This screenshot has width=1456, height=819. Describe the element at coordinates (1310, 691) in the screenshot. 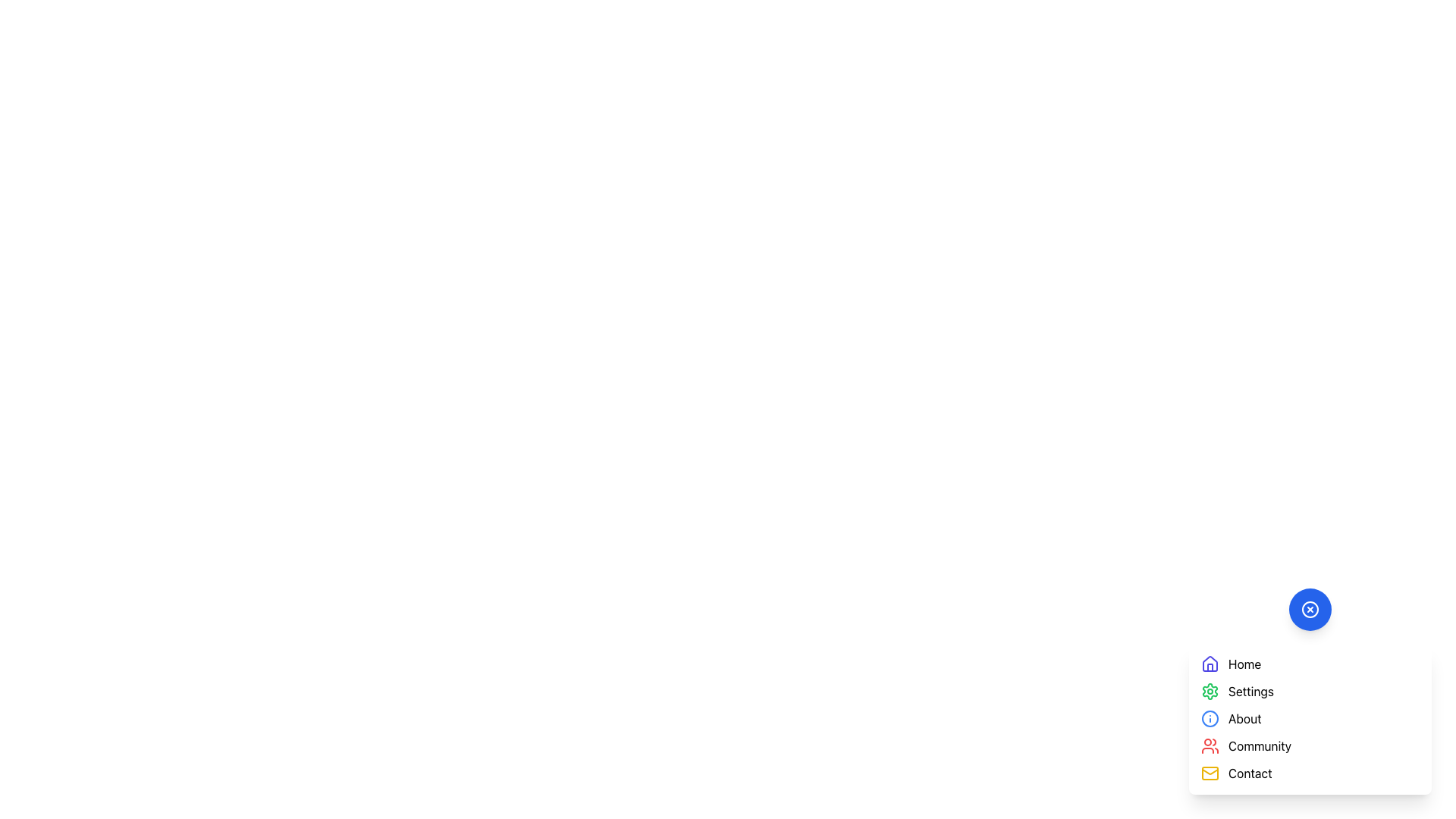

I see `the second item in the vertical navigation menu` at that location.